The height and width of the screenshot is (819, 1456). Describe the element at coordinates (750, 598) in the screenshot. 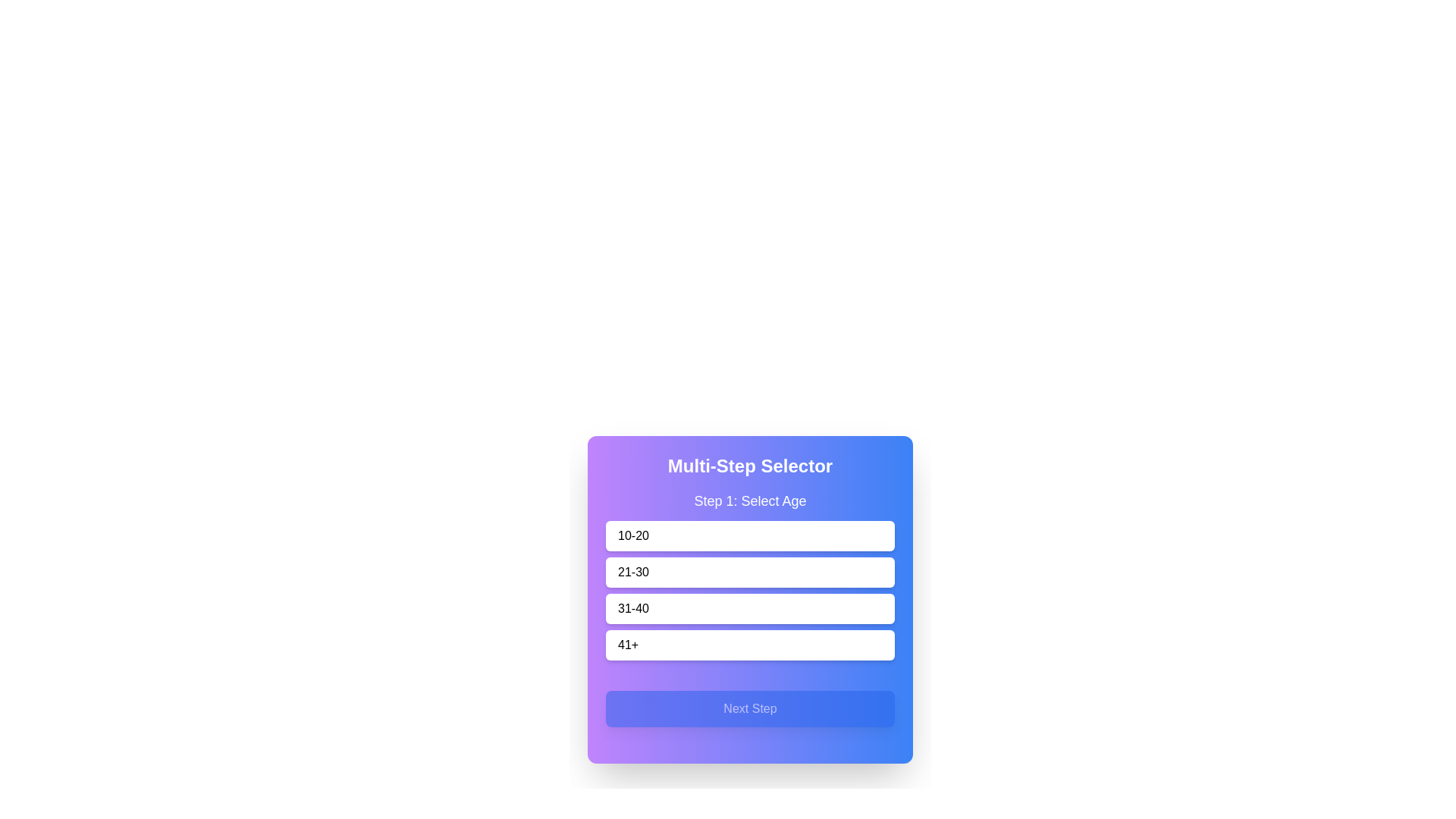

I see `an option within the 'Multi-Step Selector' panel that displays various age selection buttons such as '10-20', '21-30', '31-40', and '41+'` at that location.